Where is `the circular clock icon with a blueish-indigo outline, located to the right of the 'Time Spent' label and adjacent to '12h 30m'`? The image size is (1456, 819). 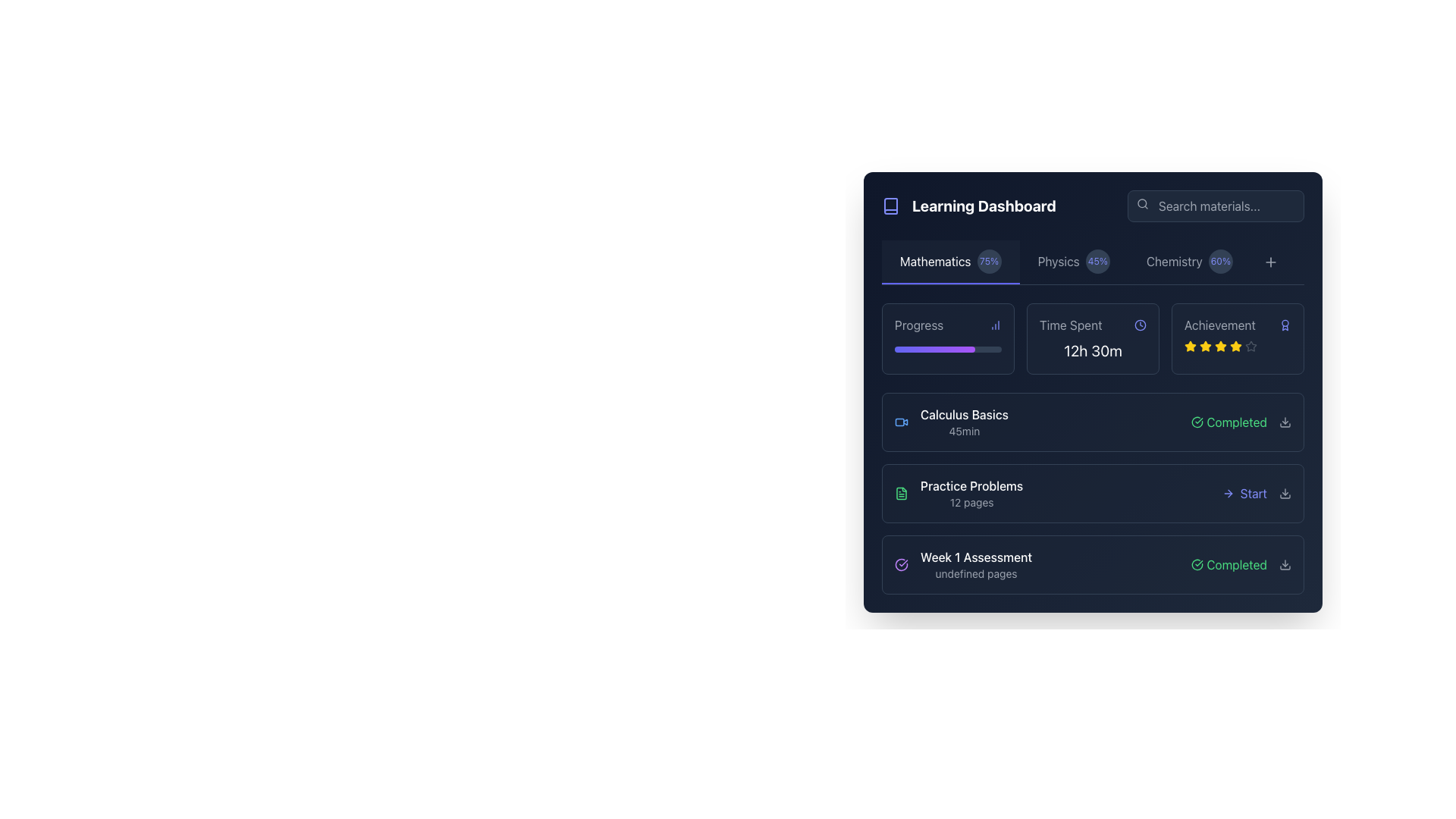 the circular clock icon with a blueish-indigo outline, located to the right of the 'Time Spent' label and adjacent to '12h 30m' is located at coordinates (1140, 324).